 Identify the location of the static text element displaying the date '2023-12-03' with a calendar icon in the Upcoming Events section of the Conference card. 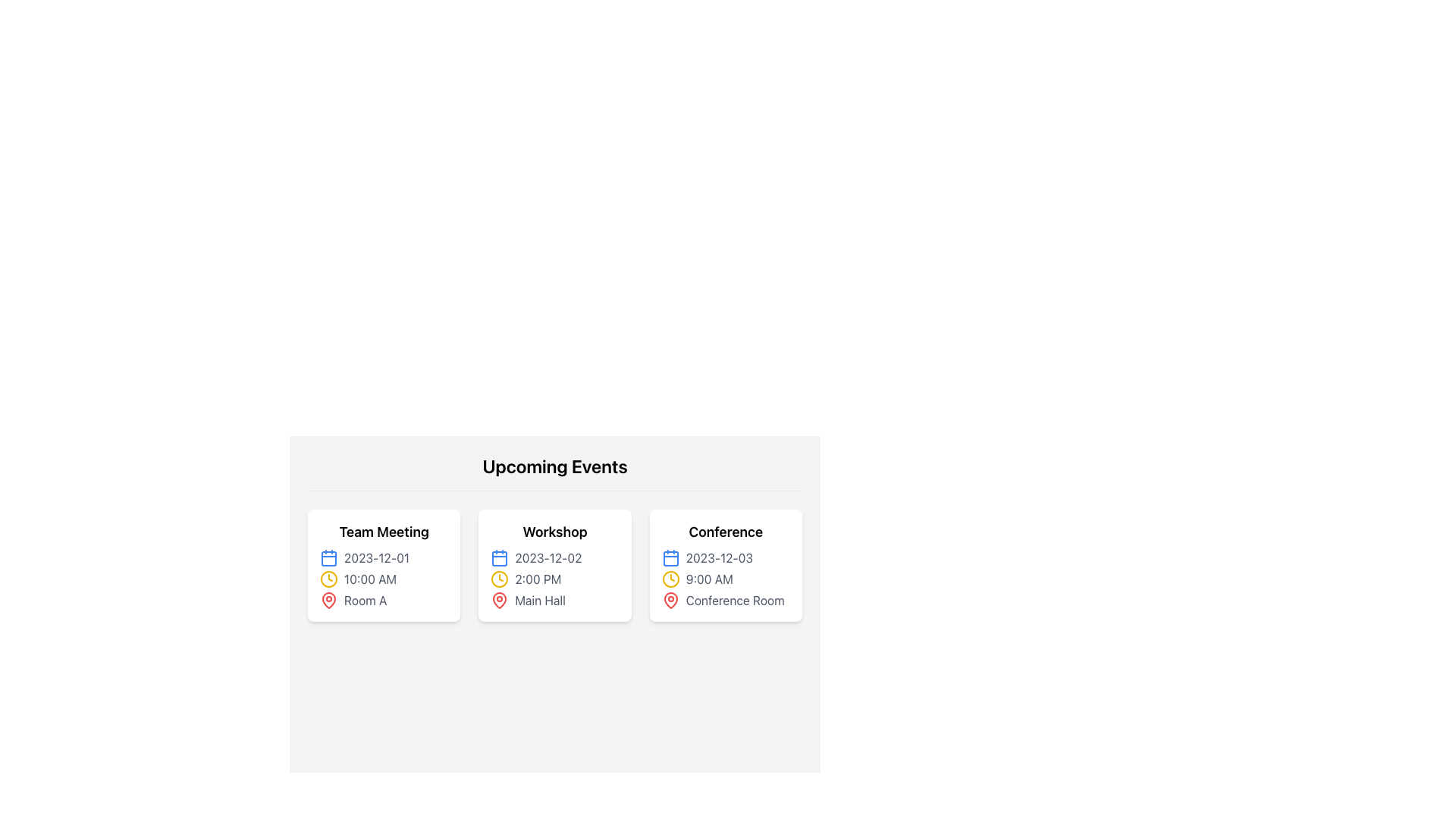
(725, 558).